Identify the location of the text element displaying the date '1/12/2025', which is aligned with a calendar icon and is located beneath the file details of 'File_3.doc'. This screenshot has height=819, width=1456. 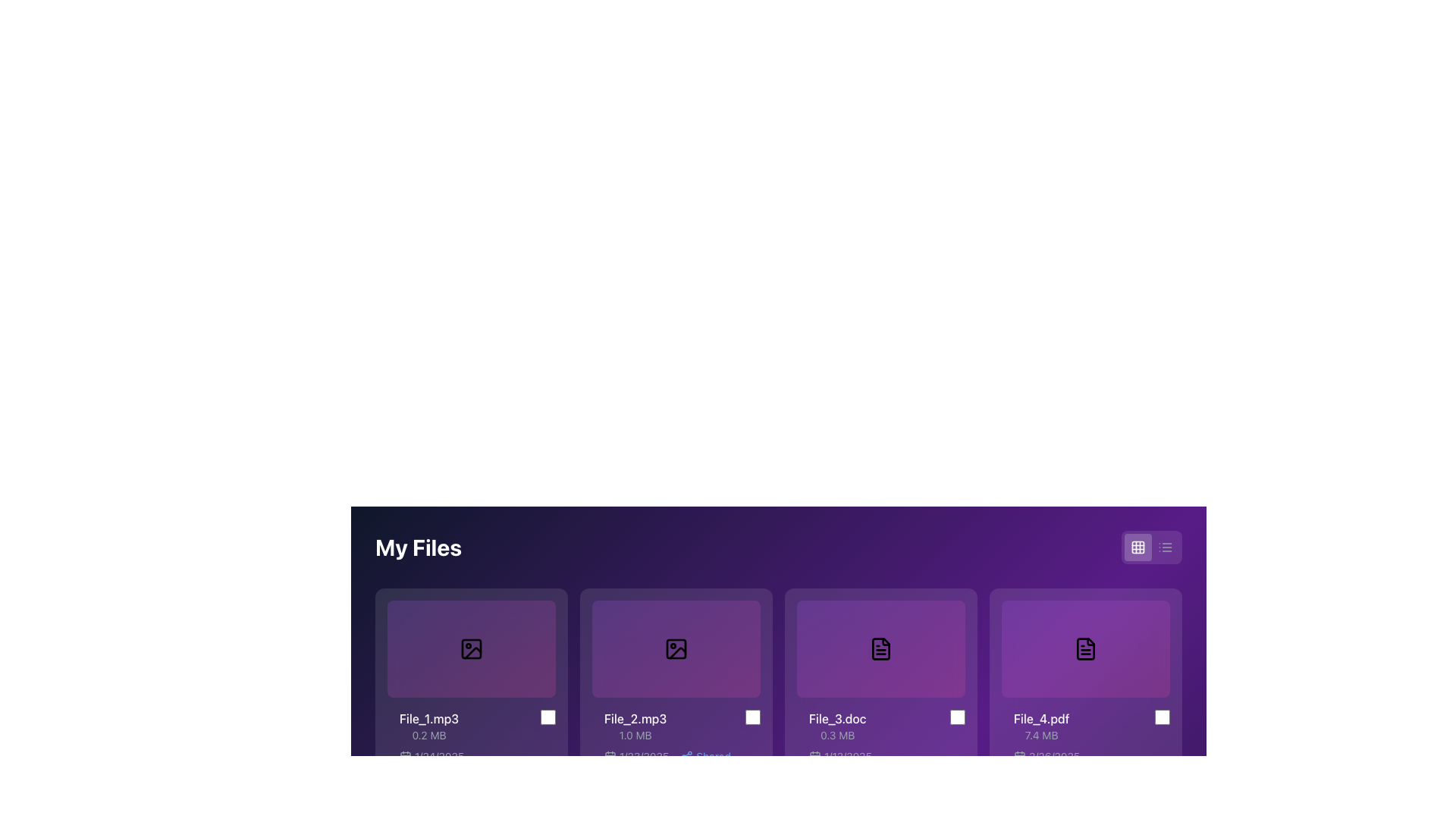
(887, 757).